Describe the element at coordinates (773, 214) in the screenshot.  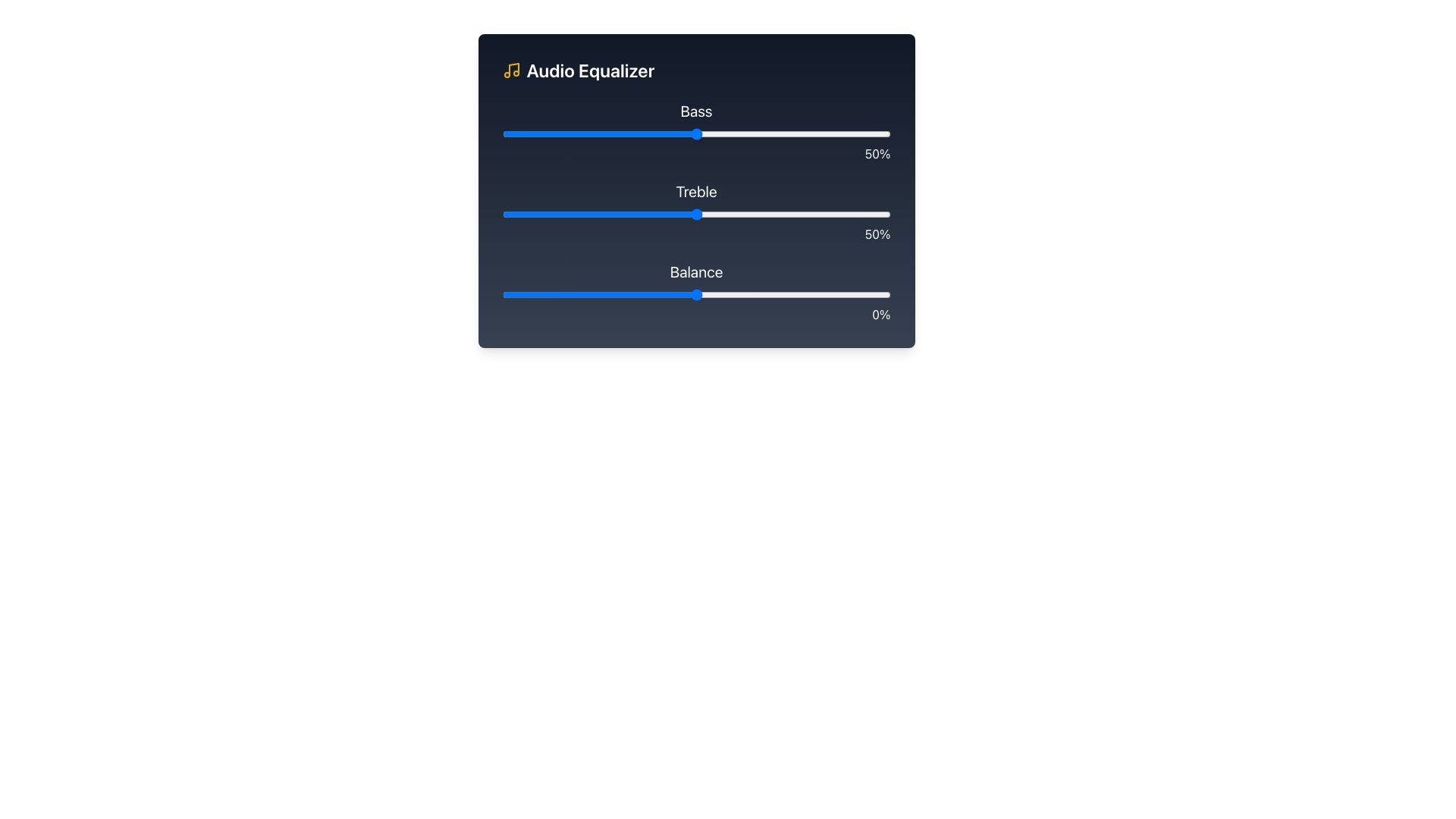
I see `the treble level` at that location.